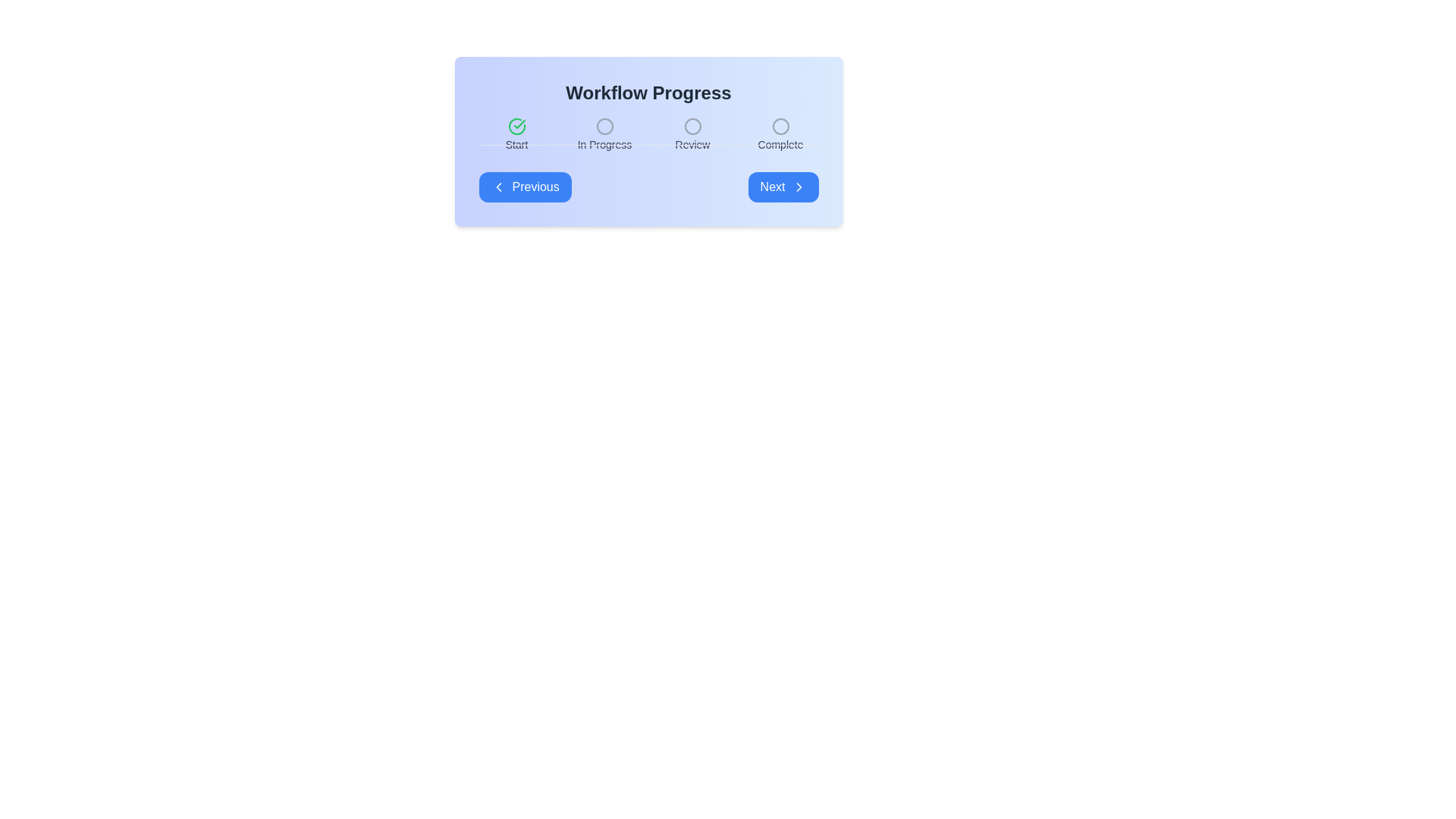 This screenshot has height=819, width=1456. I want to click on the 'Workflow Progress' text label which is prominently displayed in a bold font, centered above a horizontal progress tracker, so click(648, 93).